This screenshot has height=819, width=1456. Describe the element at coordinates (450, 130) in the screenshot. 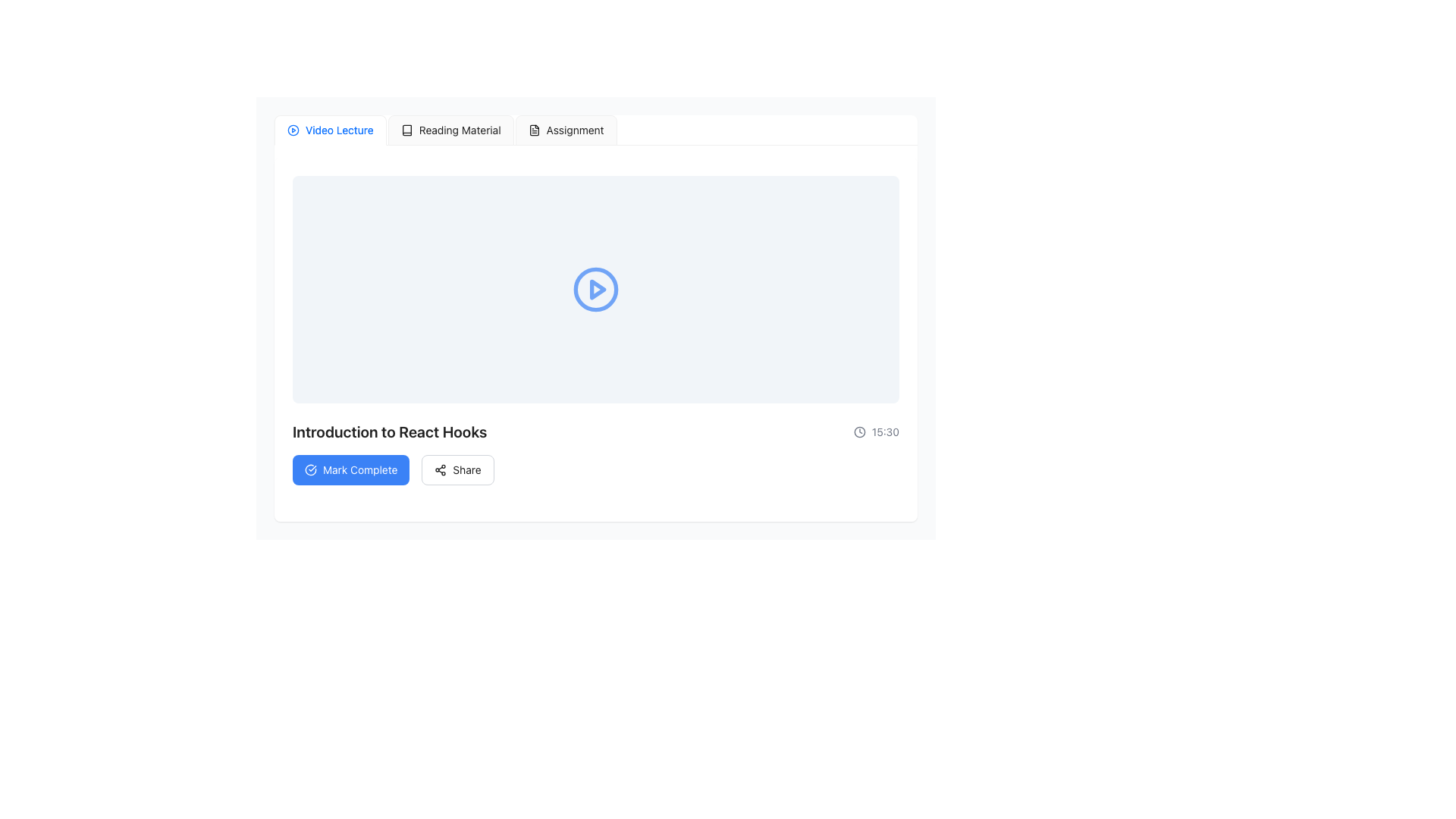

I see `the 'Reading Material' tab in the tab navigation bar` at that location.